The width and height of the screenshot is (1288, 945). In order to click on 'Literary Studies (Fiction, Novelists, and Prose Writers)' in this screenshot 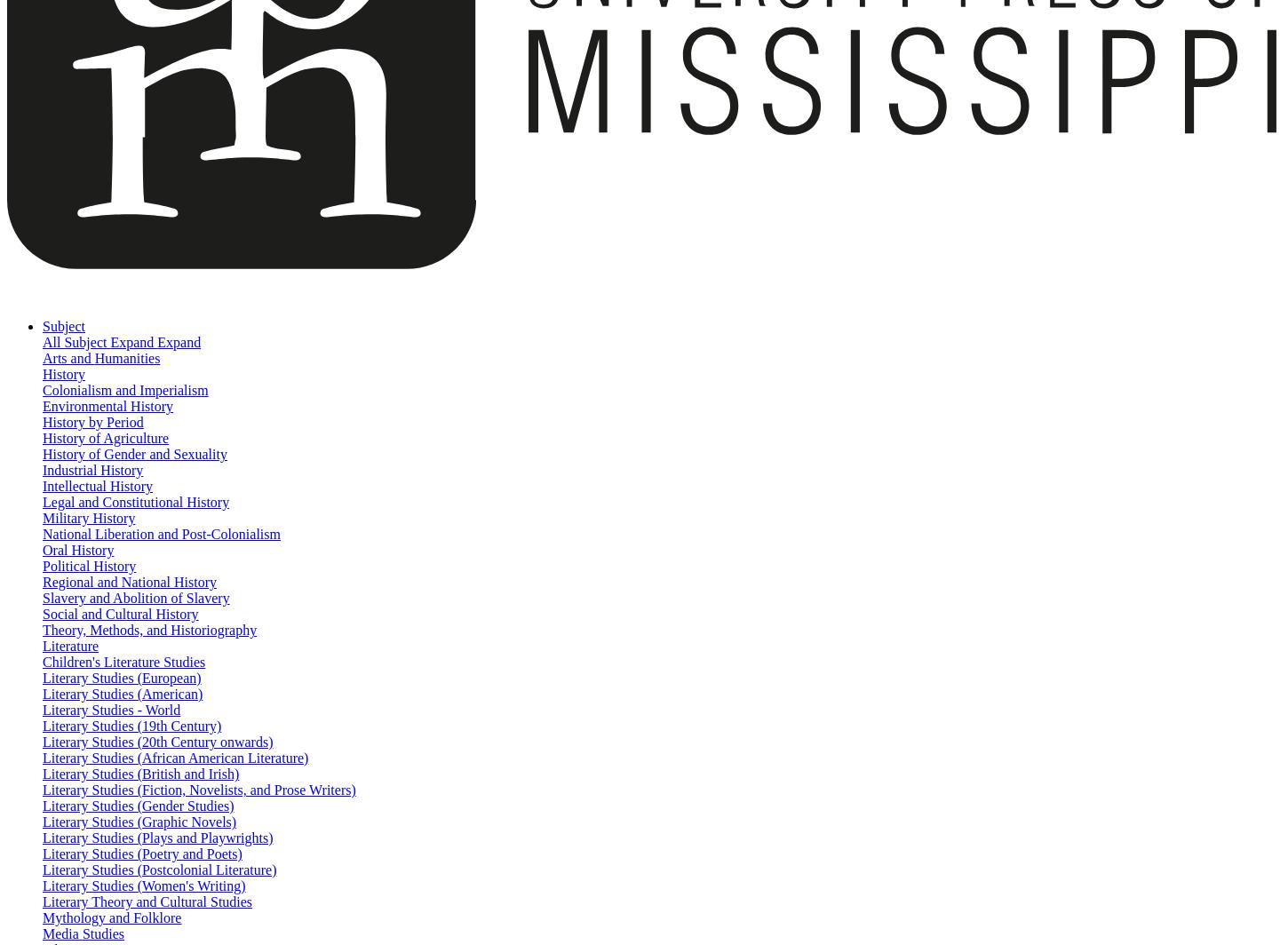, I will do `click(198, 790)`.